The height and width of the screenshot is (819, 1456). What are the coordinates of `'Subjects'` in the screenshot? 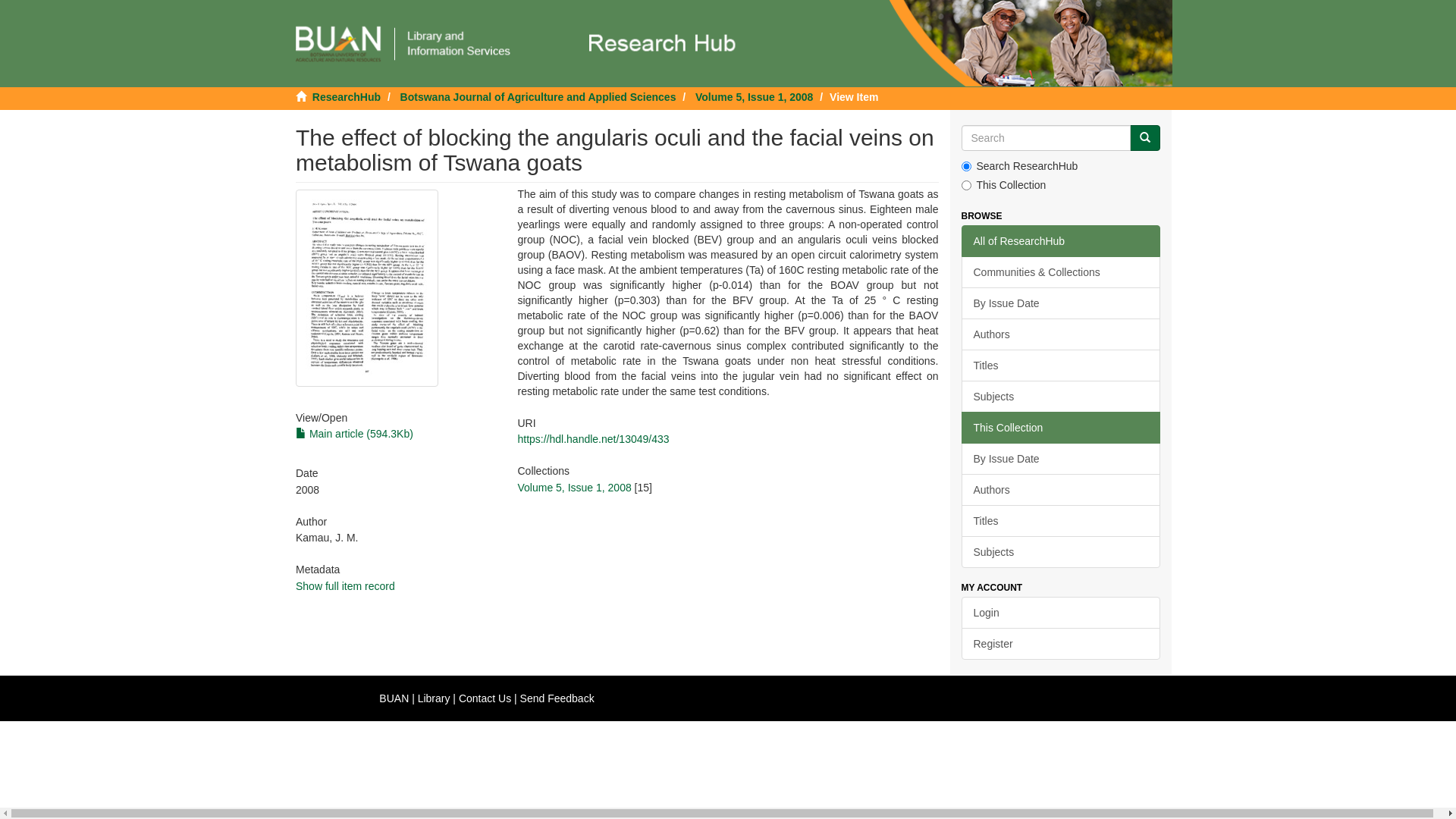 It's located at (1060, 396).